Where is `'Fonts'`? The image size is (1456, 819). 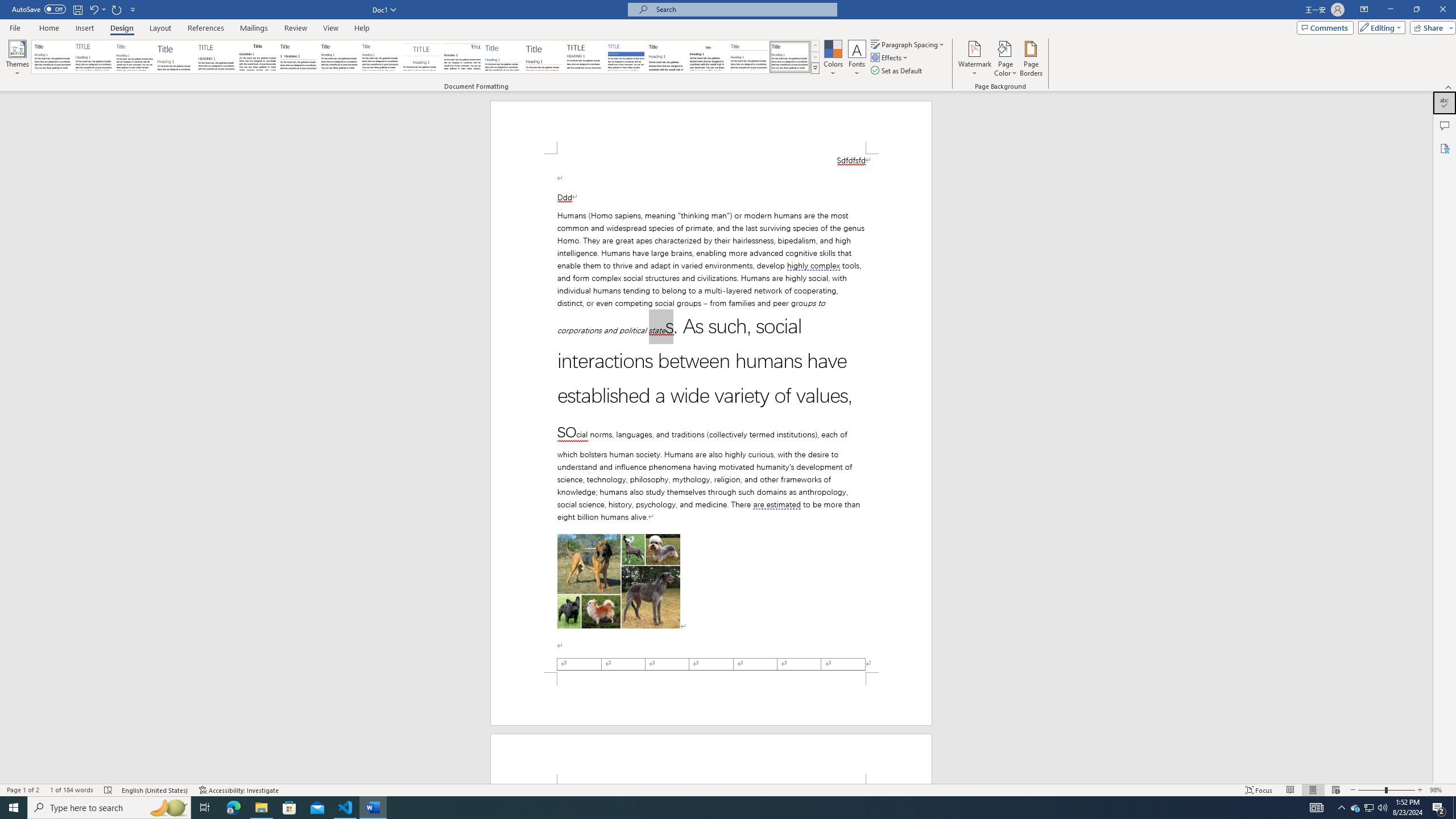
'Fonts' is located at coordinates (856, 59).